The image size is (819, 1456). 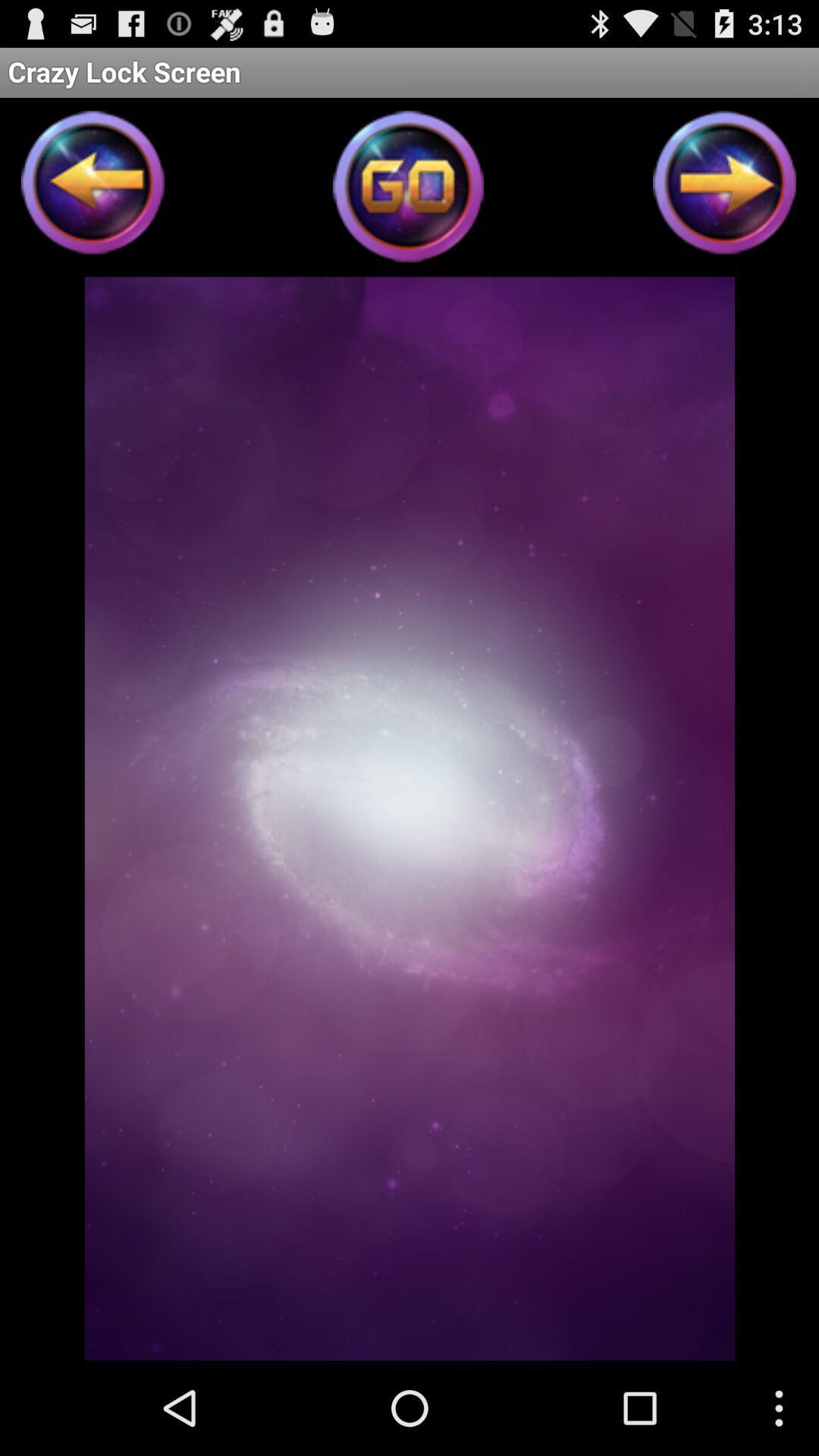 What do you see at coordinates (724, 187) in the screenshot?
I see `next` at bounding box center [724, 187].